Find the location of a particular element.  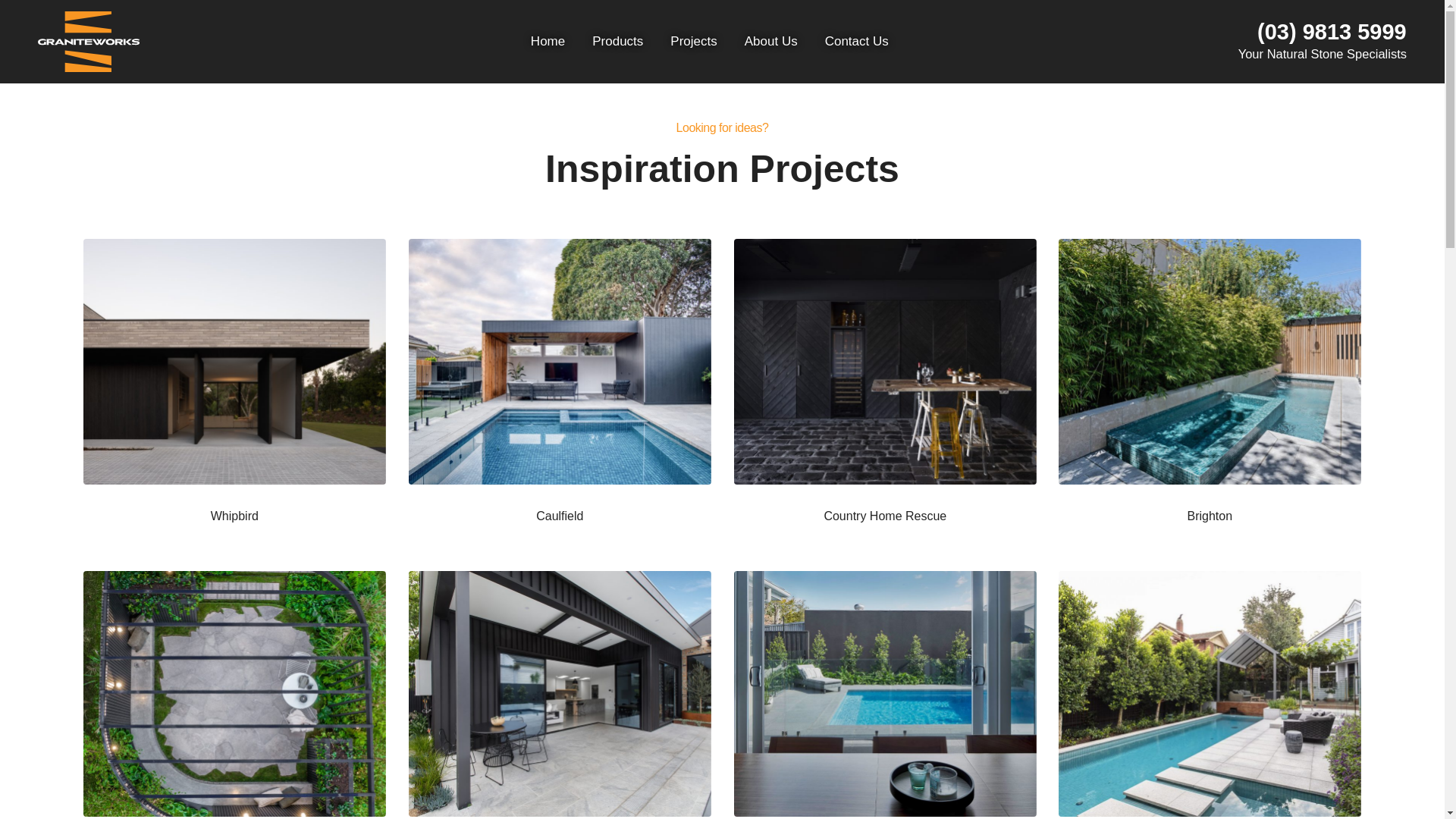

'(03) 9813 5999' is located at coordinates (1257, 32).